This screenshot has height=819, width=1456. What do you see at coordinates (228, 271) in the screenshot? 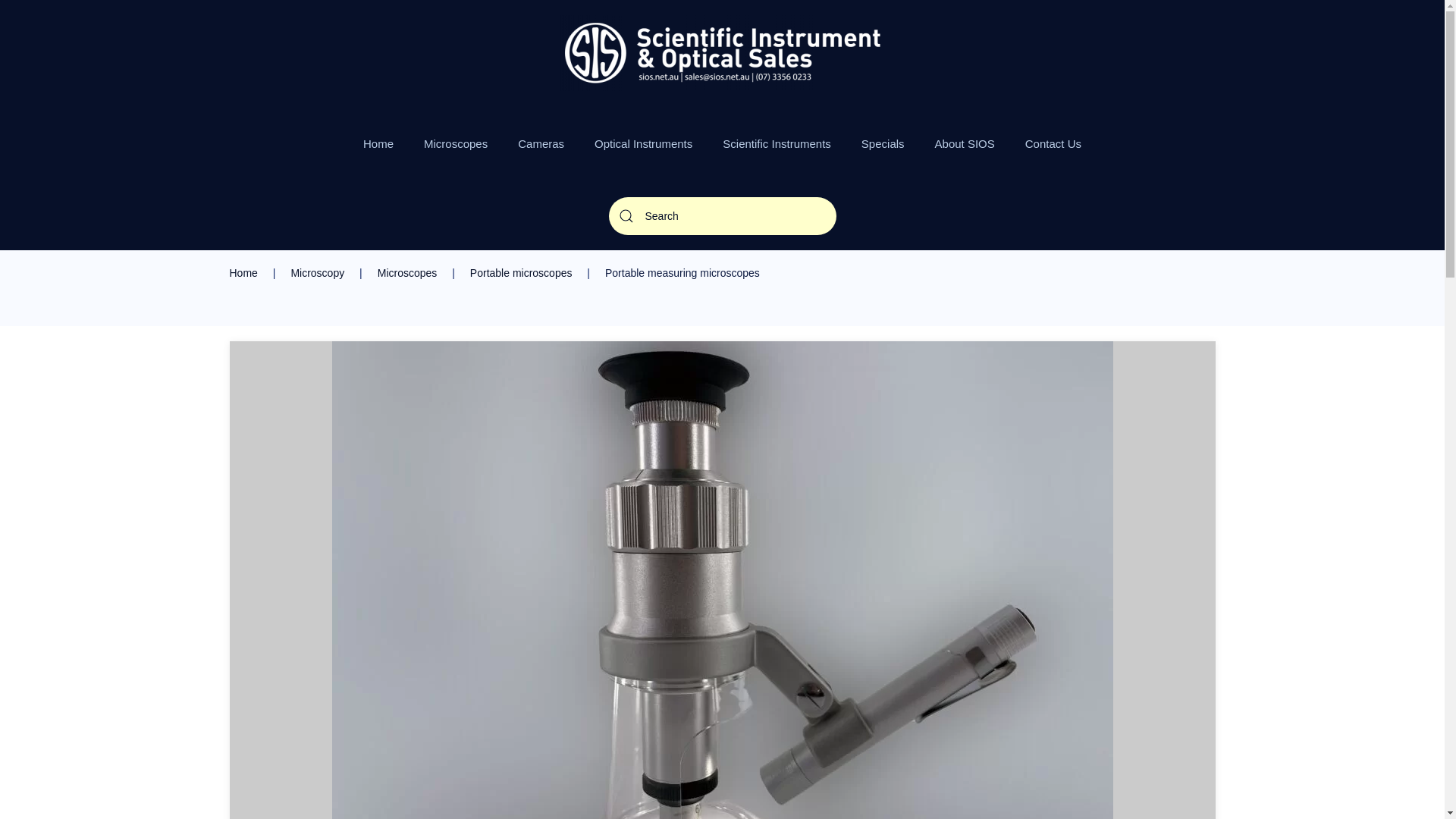
I see `'Home'` at bounding box center [228, 271].